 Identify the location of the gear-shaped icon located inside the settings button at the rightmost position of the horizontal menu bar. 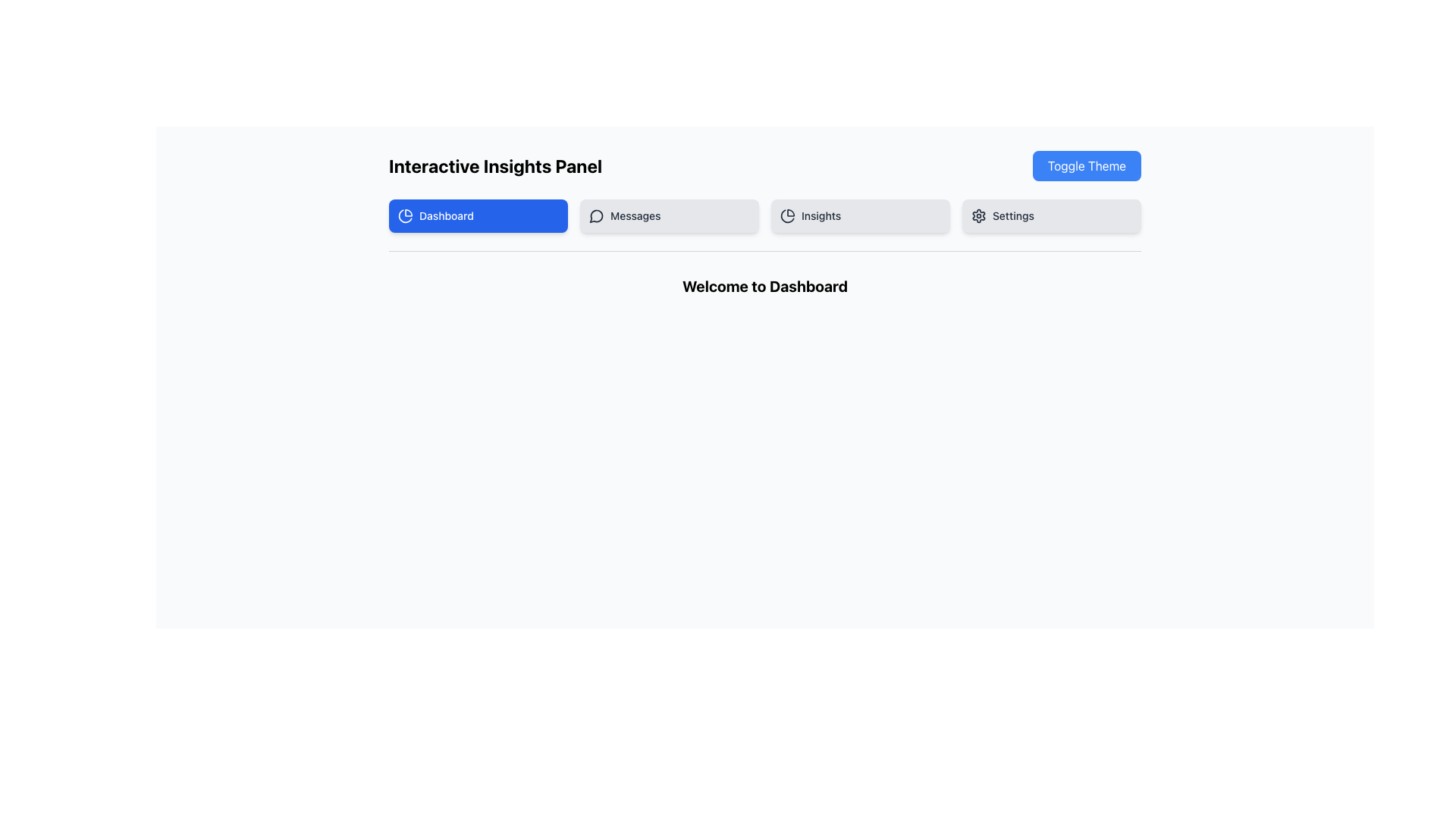
(979, 216).